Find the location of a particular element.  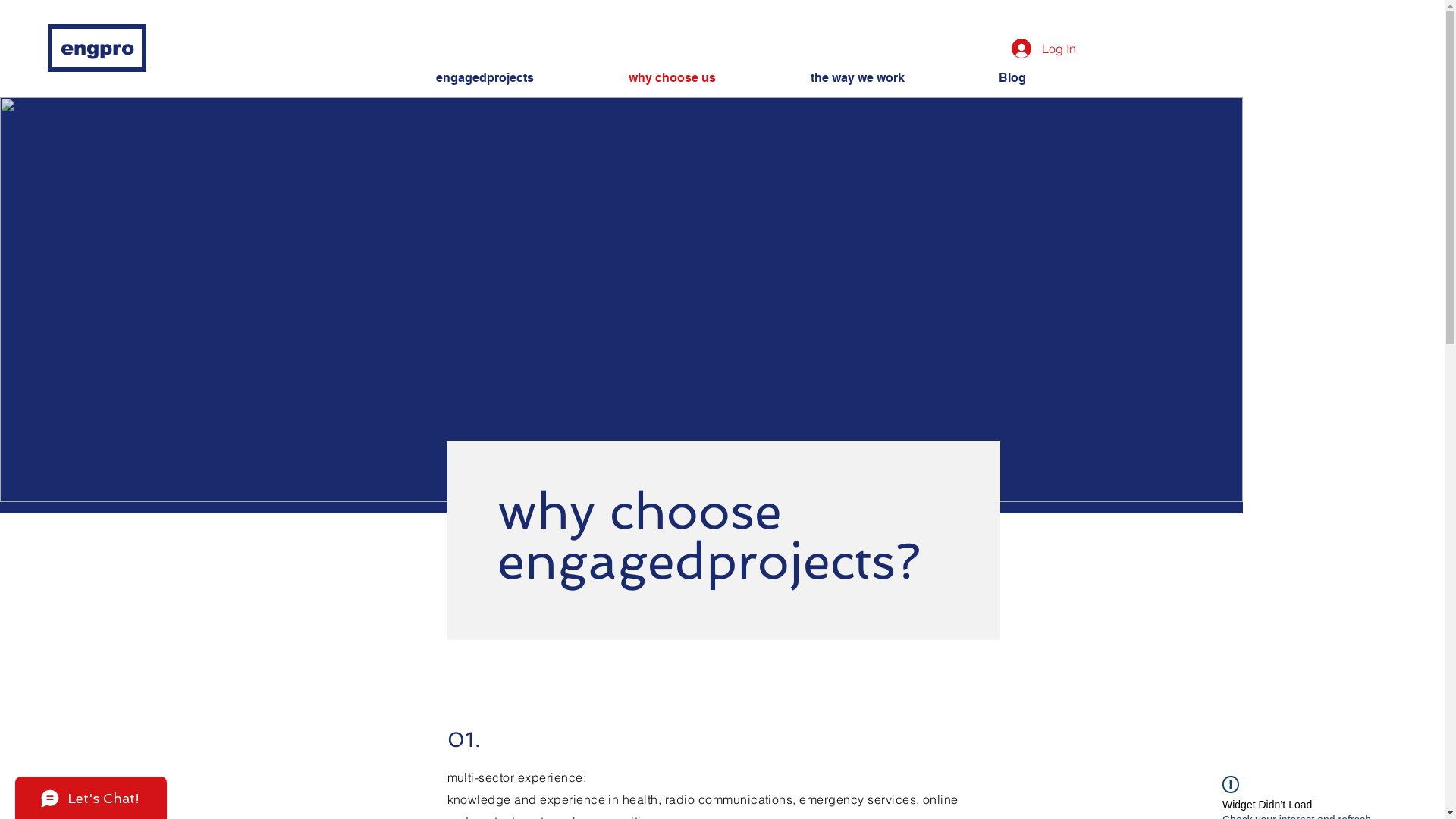

'why choose us' is located at coordinates (708, 78).